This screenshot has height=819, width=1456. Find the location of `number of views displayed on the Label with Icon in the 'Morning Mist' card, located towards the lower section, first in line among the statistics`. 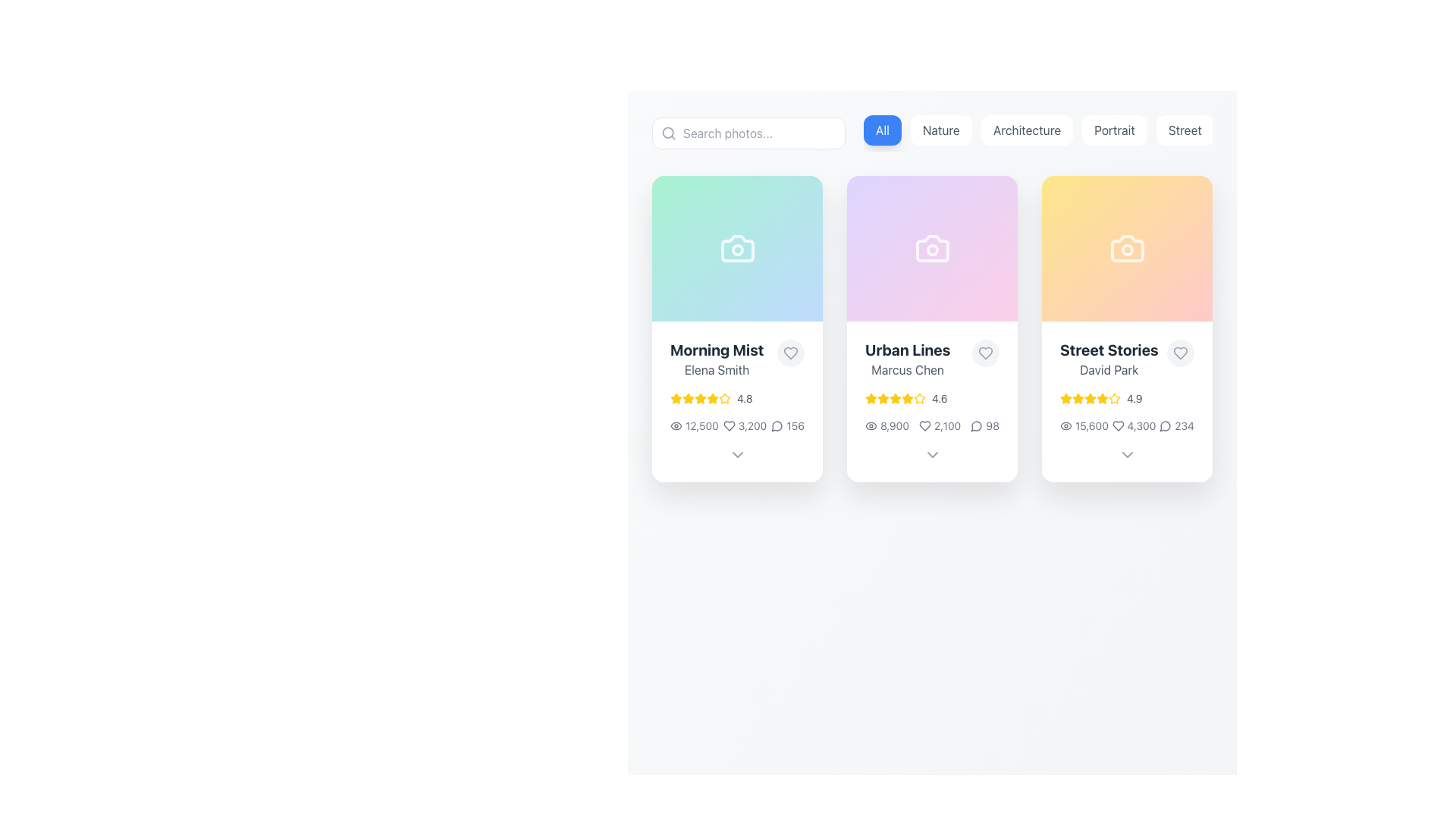

number of views displayed on the Label with Icon in the 'Morning Mist' card, located towards the lower section, first in line among the statistics is located at coordinates (693, 426).